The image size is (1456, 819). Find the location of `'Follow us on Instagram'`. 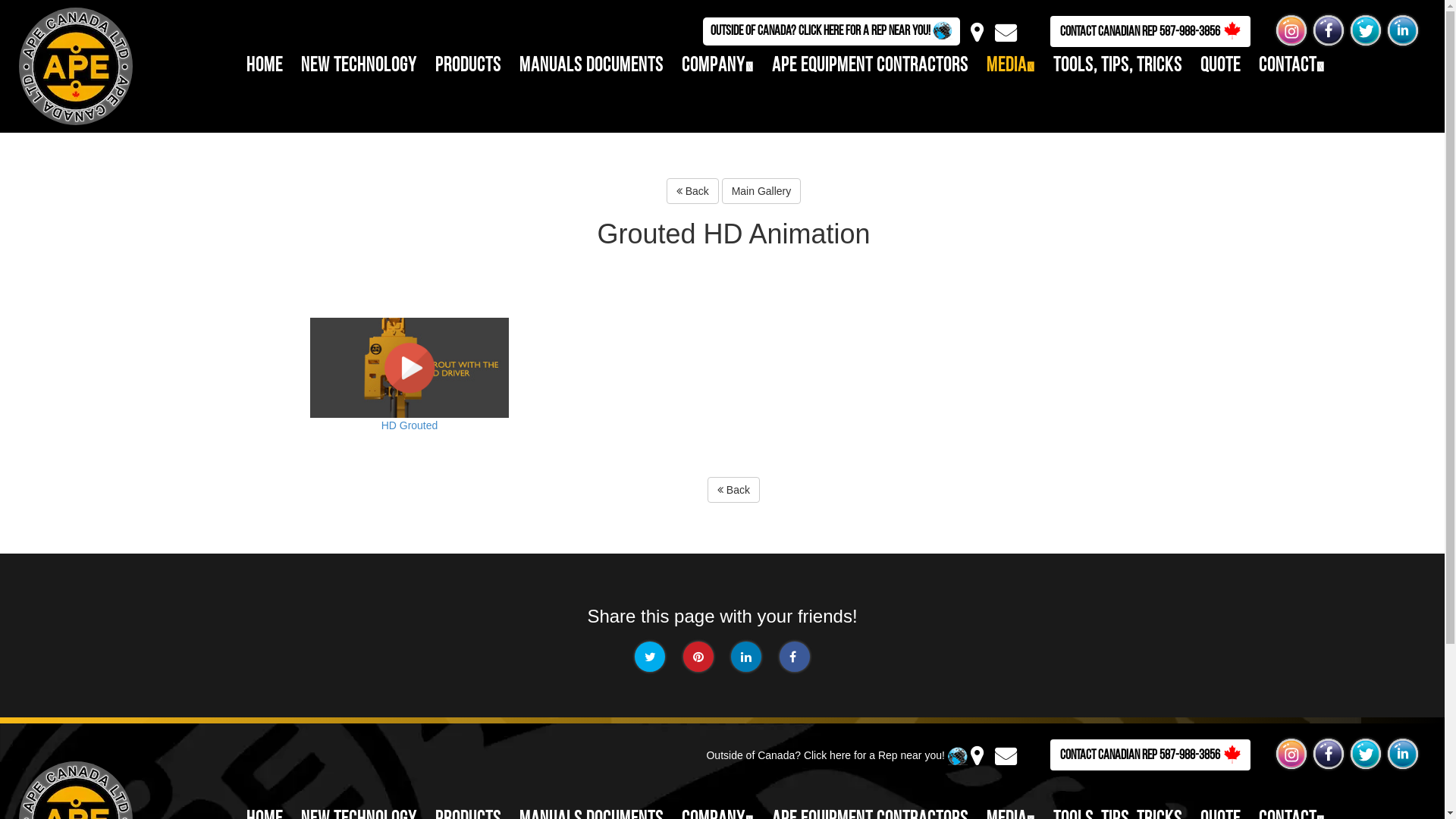

'Follow us on Instagram' is located at coordinates (1291, 30).